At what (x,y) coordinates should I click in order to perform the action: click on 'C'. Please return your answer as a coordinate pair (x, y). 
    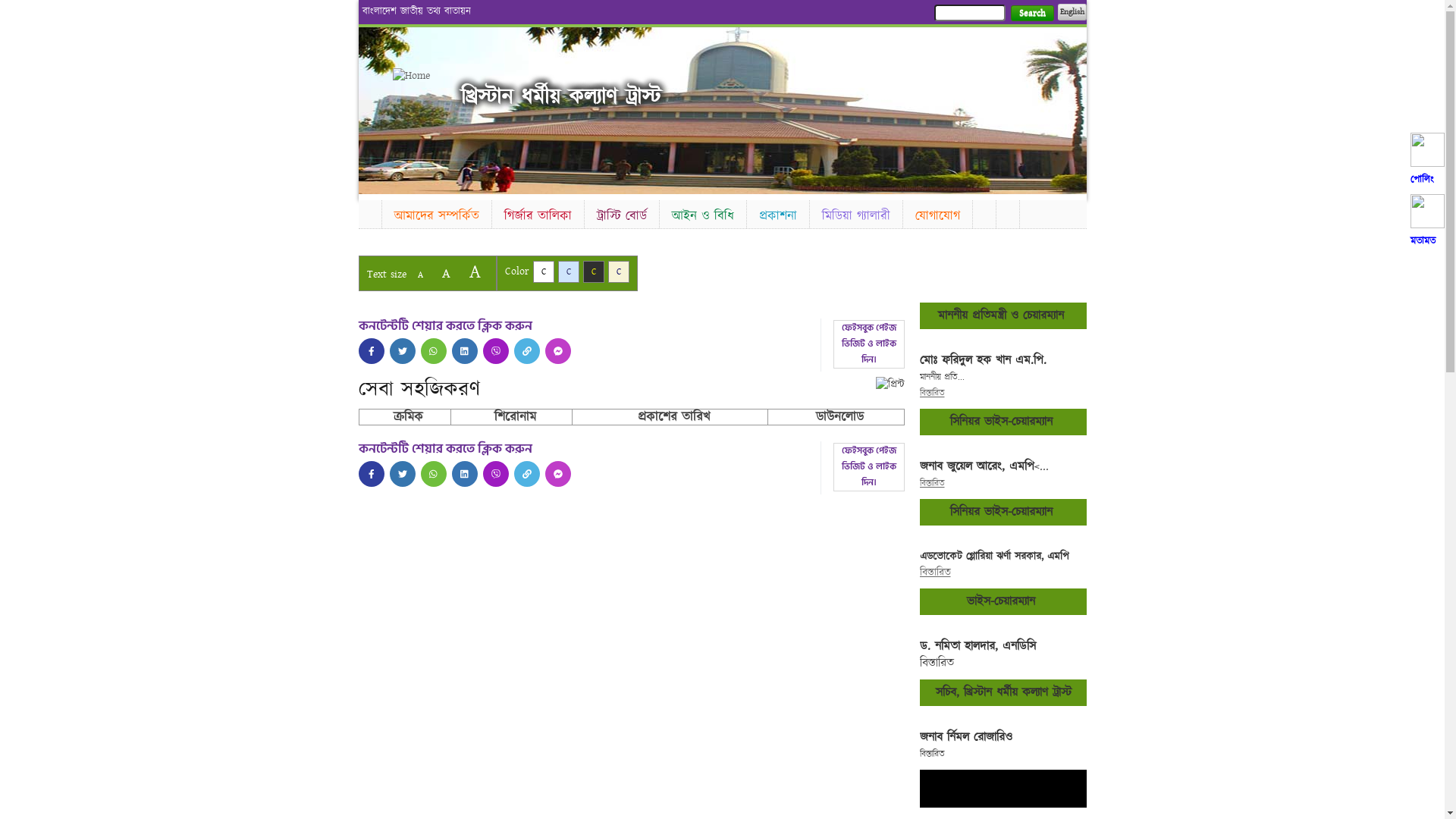
    Looking at the image, I should click on (592, 271).